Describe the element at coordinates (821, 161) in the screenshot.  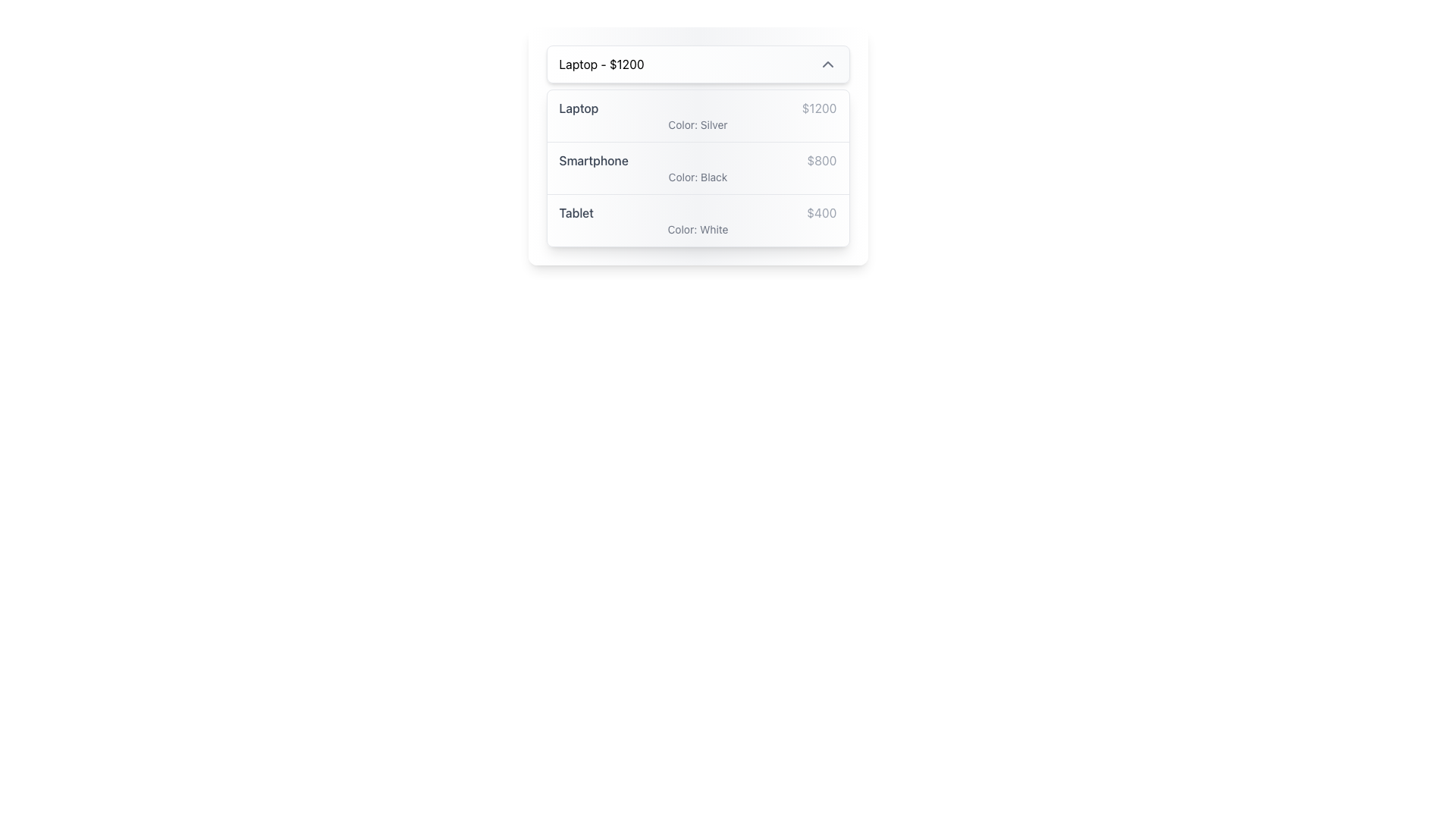
I see `the text label displaying '$800', which is styled in gray and located at the end of the row containing the 'Smartphone' label, at the bottom of the product information group` at that location.